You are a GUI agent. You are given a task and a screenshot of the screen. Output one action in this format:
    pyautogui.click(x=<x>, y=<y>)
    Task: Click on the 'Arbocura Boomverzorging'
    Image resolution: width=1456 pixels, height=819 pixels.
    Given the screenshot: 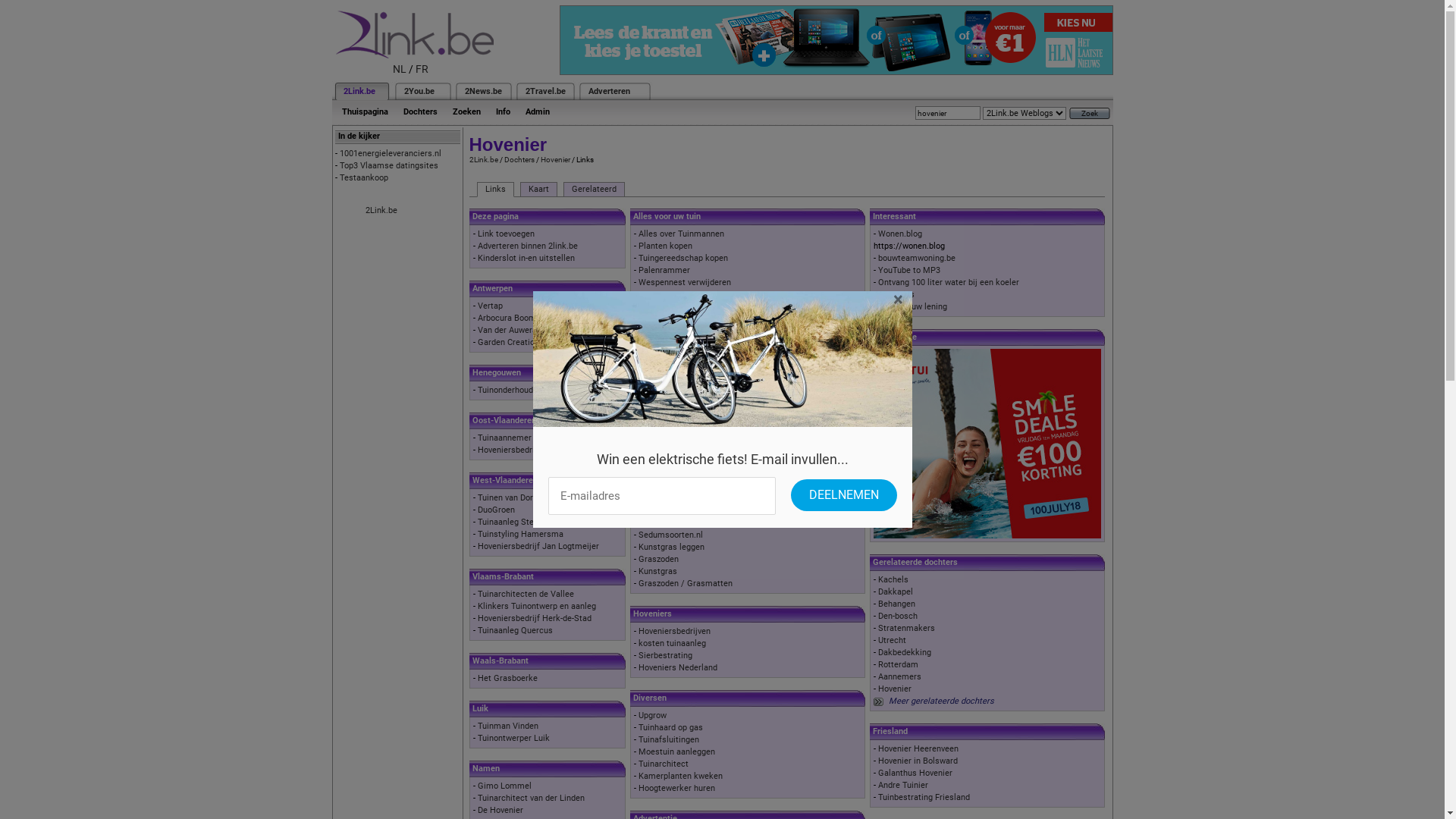 What is the action you would take?
    pyautogui.click(x=526, y=317)
    